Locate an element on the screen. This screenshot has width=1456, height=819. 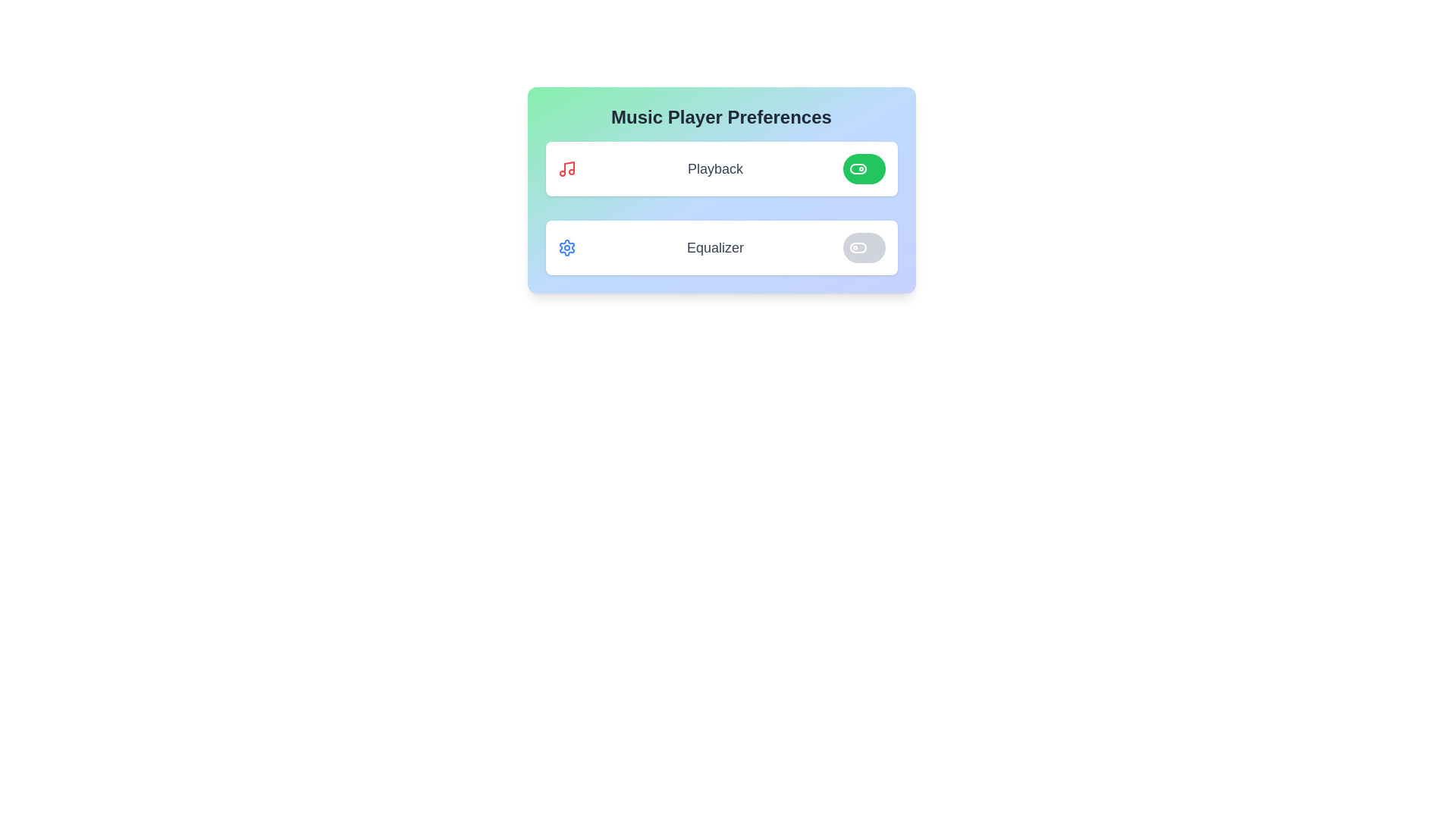
the music playback icon located to the far left of the 'Playback' entry in the 'Music Player Preferences' interface is located at coordinates (566, 169).